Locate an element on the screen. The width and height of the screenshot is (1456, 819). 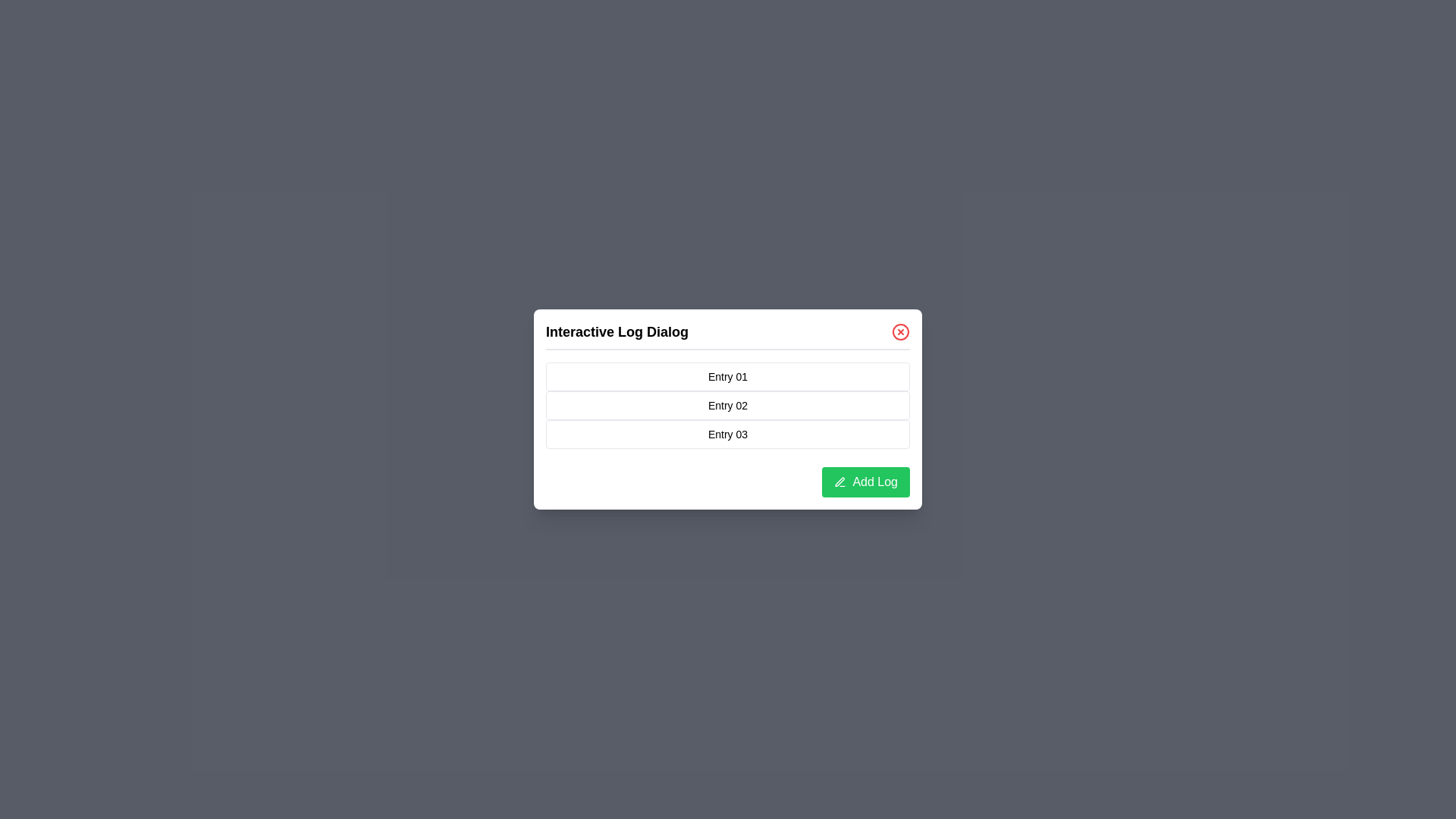
'Add Log' button to add a new log entry is located at coordinates (866, 482).